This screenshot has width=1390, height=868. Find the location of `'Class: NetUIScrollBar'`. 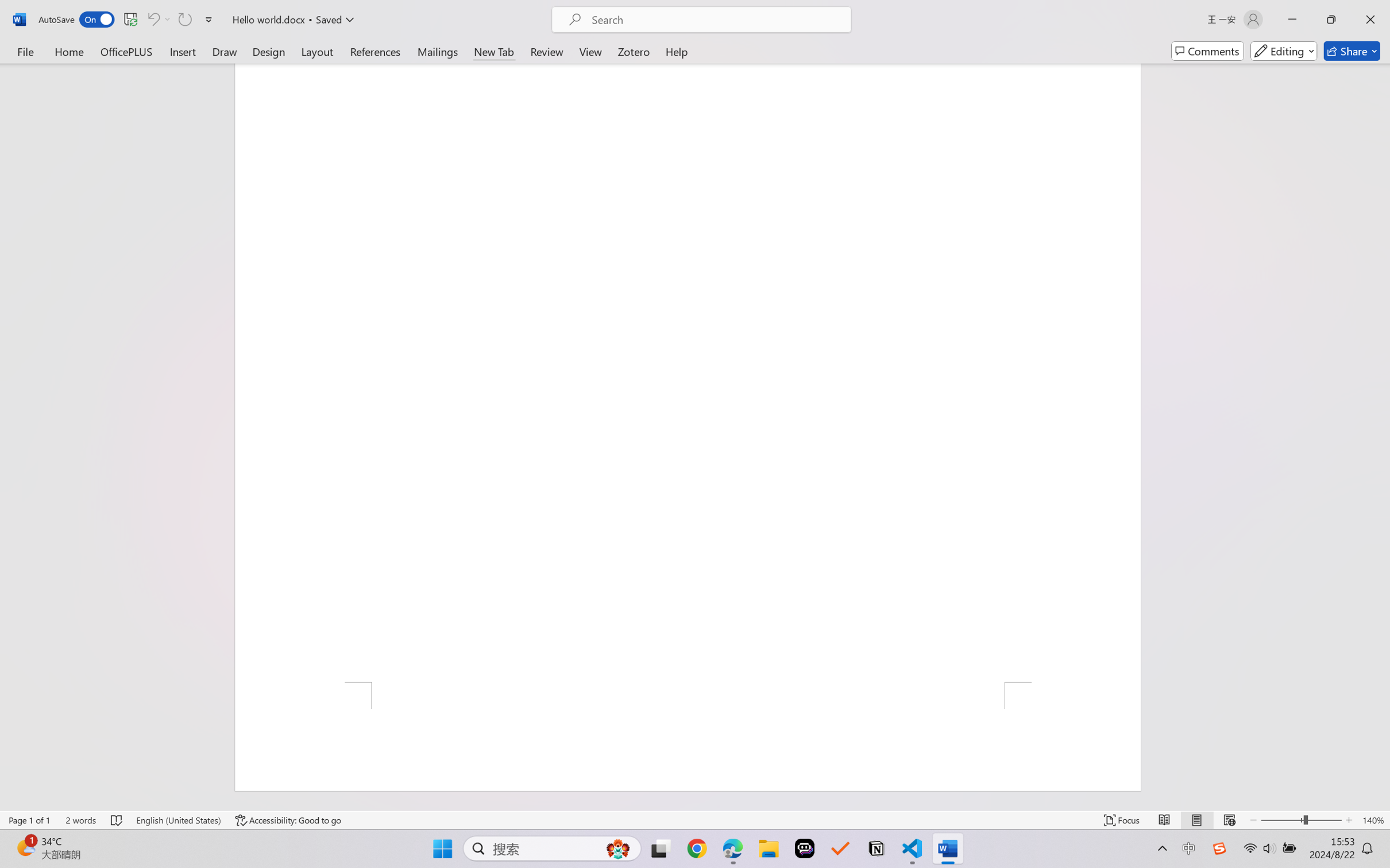

'Class: NetUIScrollBar' is located at coordinates (1383, 436).